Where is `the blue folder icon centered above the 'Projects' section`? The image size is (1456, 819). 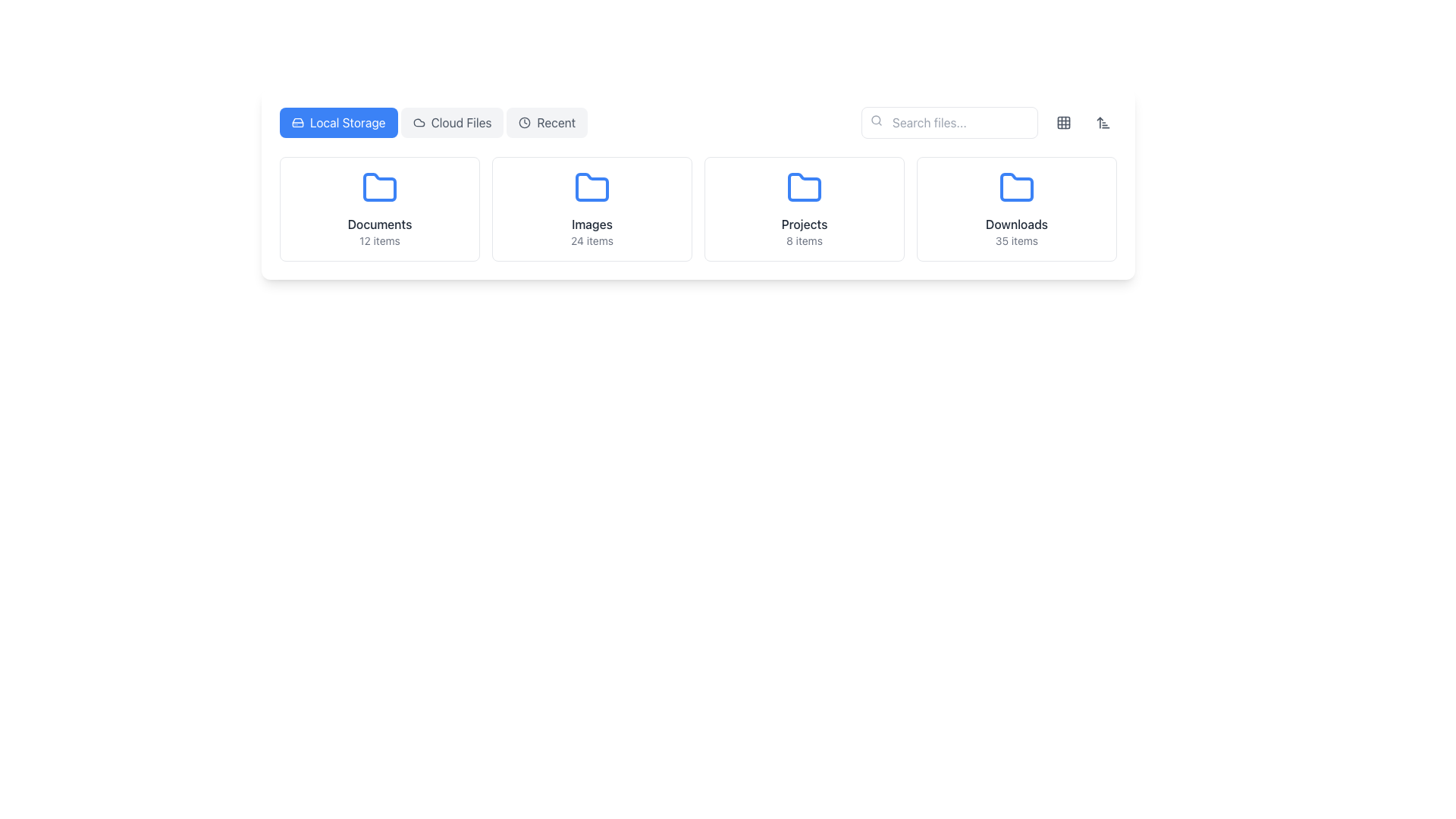 the blue folder icon centered above the 'Projects' section is located at coordinates (803, 187).